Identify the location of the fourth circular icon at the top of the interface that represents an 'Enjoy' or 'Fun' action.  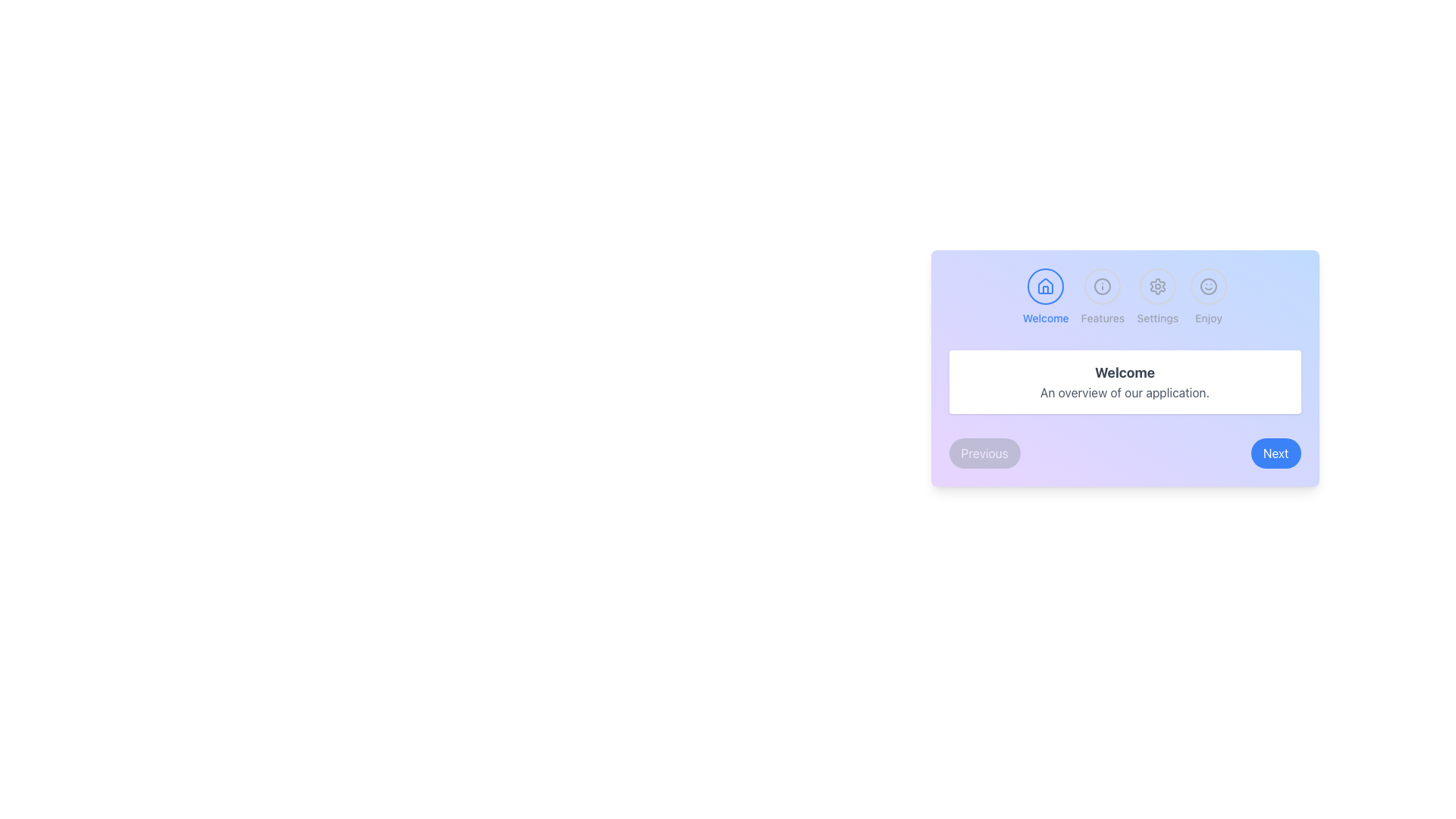
(1208, 287).